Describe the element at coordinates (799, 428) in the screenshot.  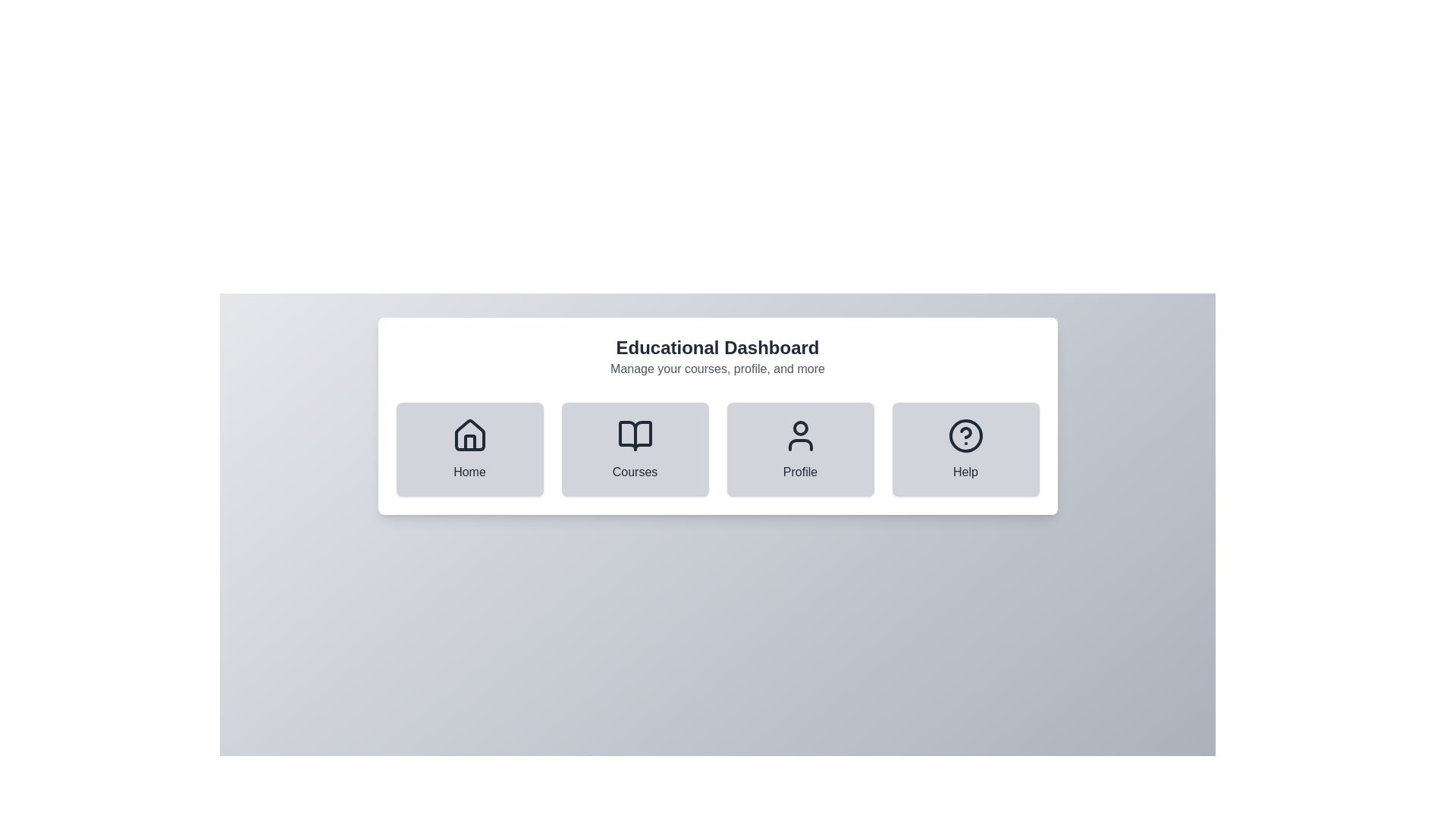
I see `the Circle element that represents the head in the profile icon, located in the top-center area of the profile section` at that location.